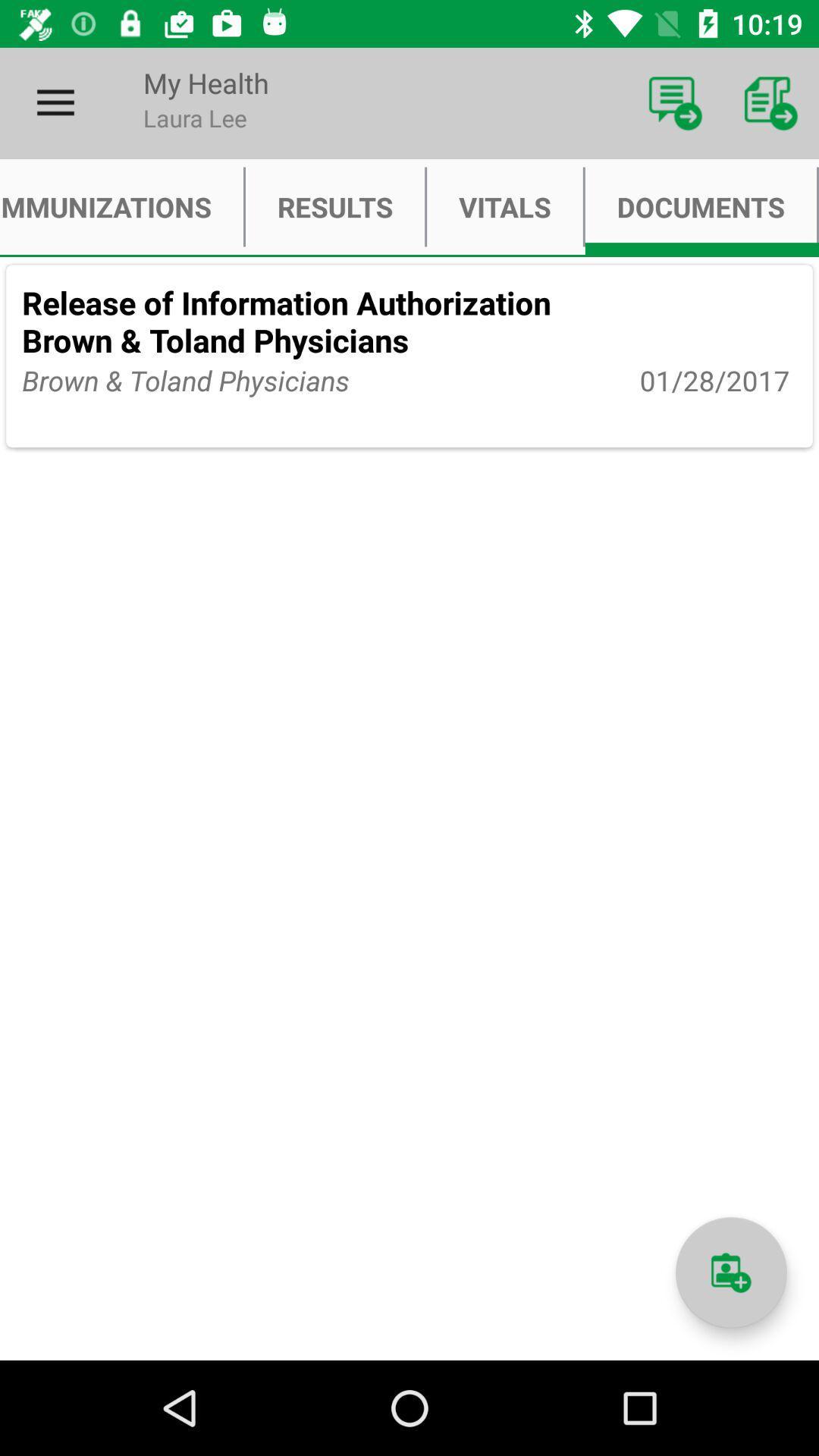 The height and width of the screenshot is (1456, 819). Describe the element at coordinates (730, 1272) in the screenshot. I see `a document` at that location.